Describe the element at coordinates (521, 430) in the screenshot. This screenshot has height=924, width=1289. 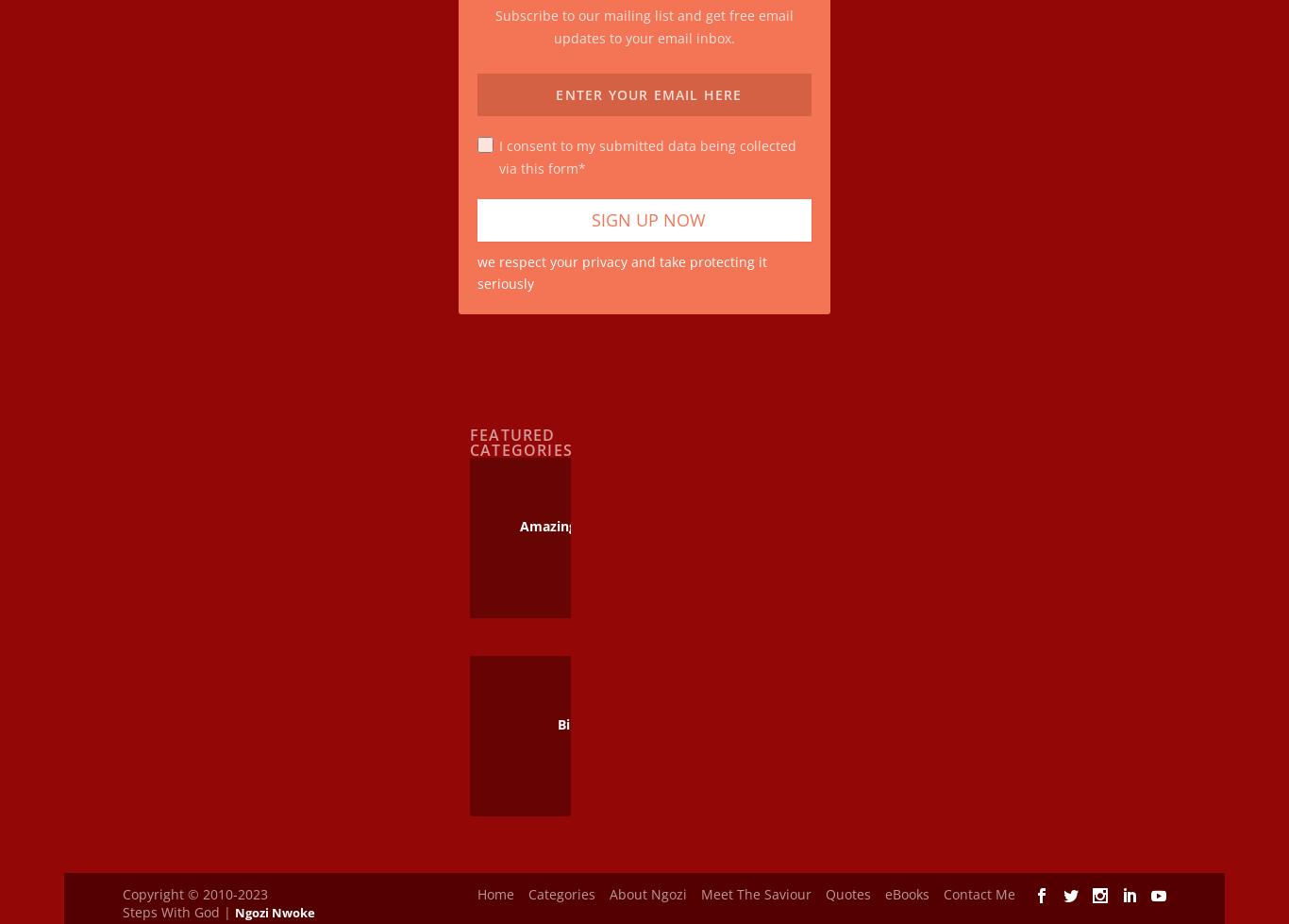
I see `'Featured Categories'` at that location.